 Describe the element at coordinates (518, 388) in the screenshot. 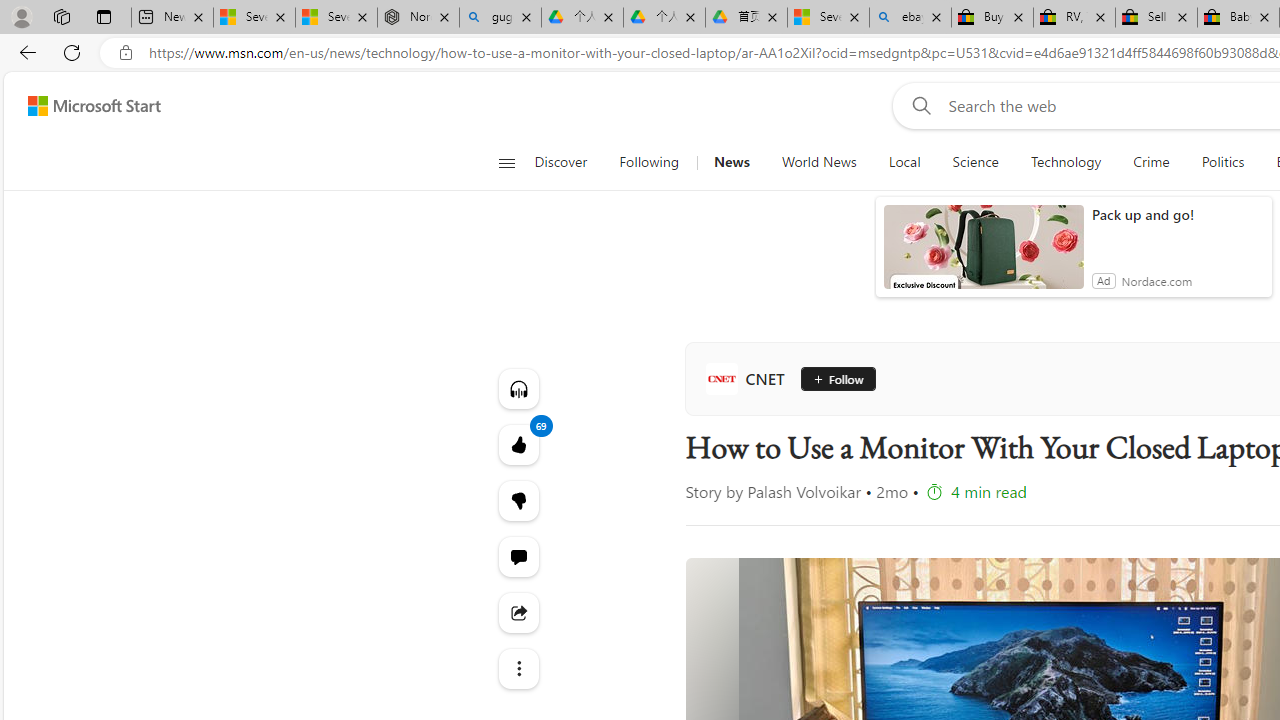

I see `'Listen to this article'` at that location.